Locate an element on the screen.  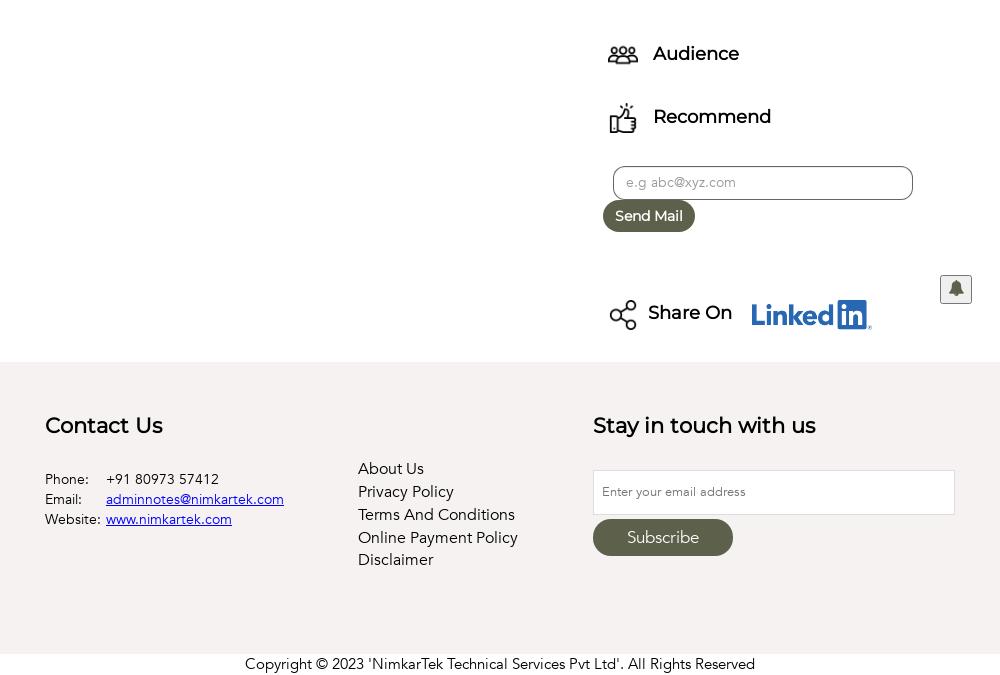
'adminnotes@nimkartek.com' is located at coordinates (194, 497).